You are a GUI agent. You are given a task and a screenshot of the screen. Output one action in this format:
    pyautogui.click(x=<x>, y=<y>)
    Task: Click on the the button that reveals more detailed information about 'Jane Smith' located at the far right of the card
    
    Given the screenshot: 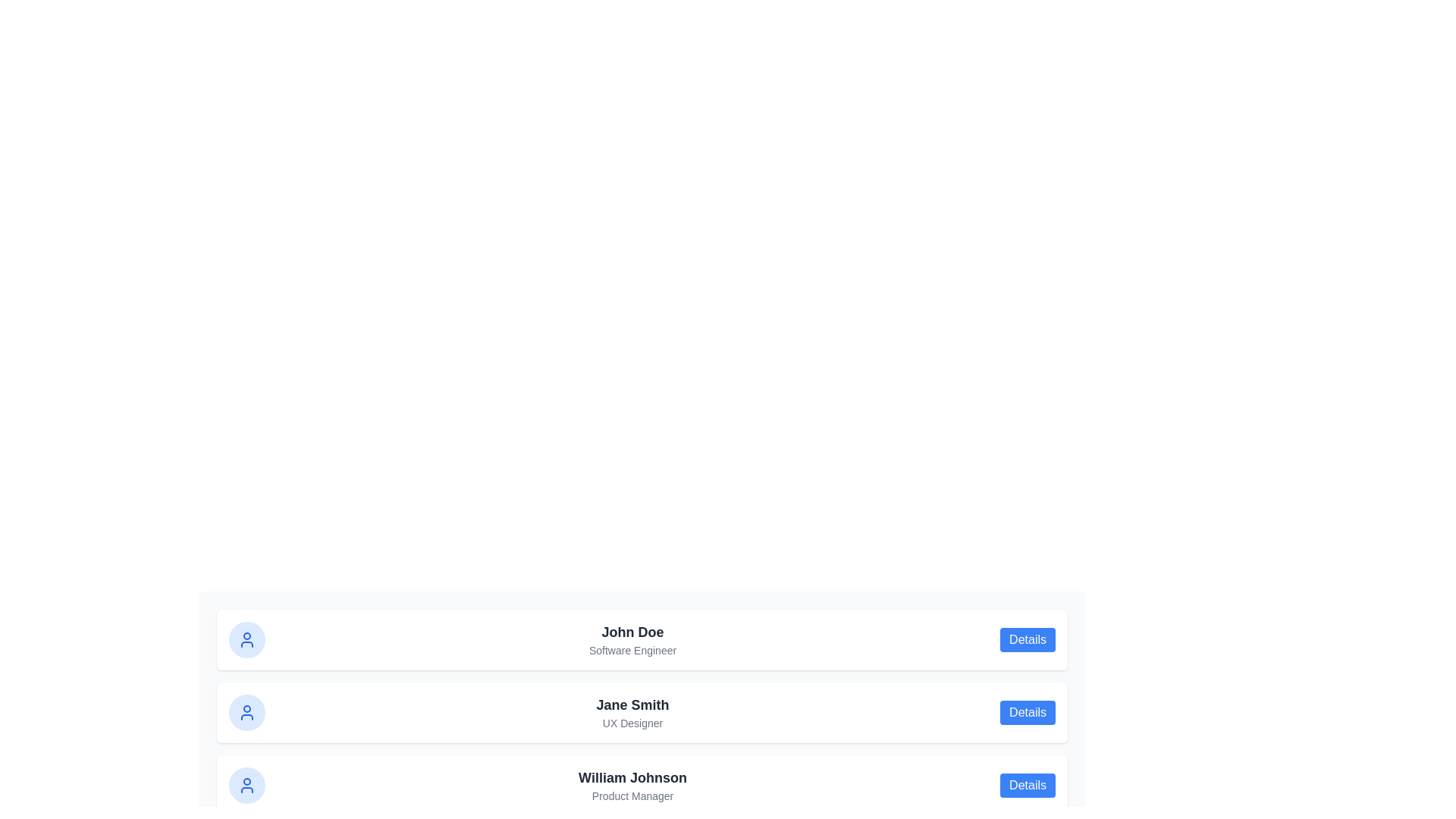 What is the action you would take?
    pyautogui.click(x=1028, y=713)
    